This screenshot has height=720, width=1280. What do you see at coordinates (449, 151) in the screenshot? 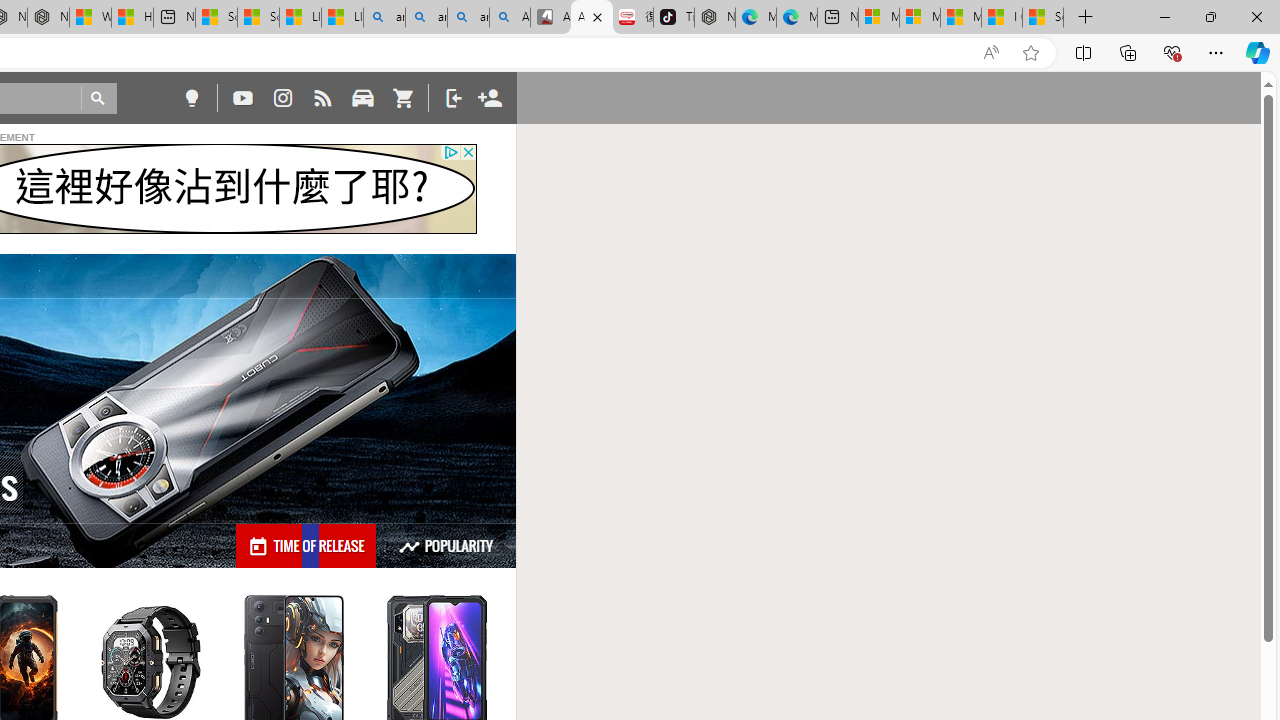
I see `'Class: privacy_out'` at bounding box center [449, 151].